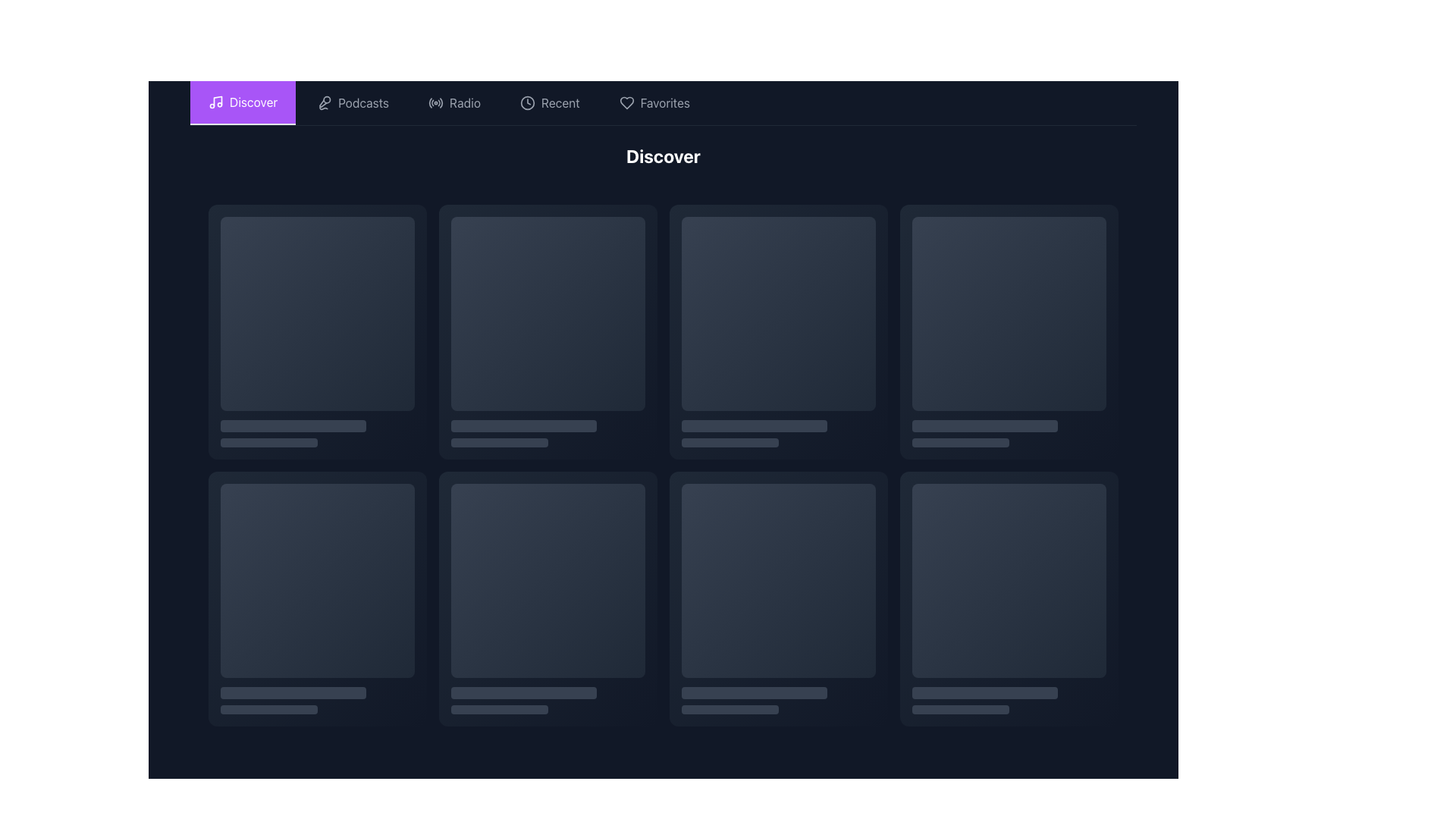 The image size is (1456, 819). I want to click on the 'Favorites' text label in the horizontal navigation bar at the top of the interface, which is light gray on a dark background, so click(665, 102).